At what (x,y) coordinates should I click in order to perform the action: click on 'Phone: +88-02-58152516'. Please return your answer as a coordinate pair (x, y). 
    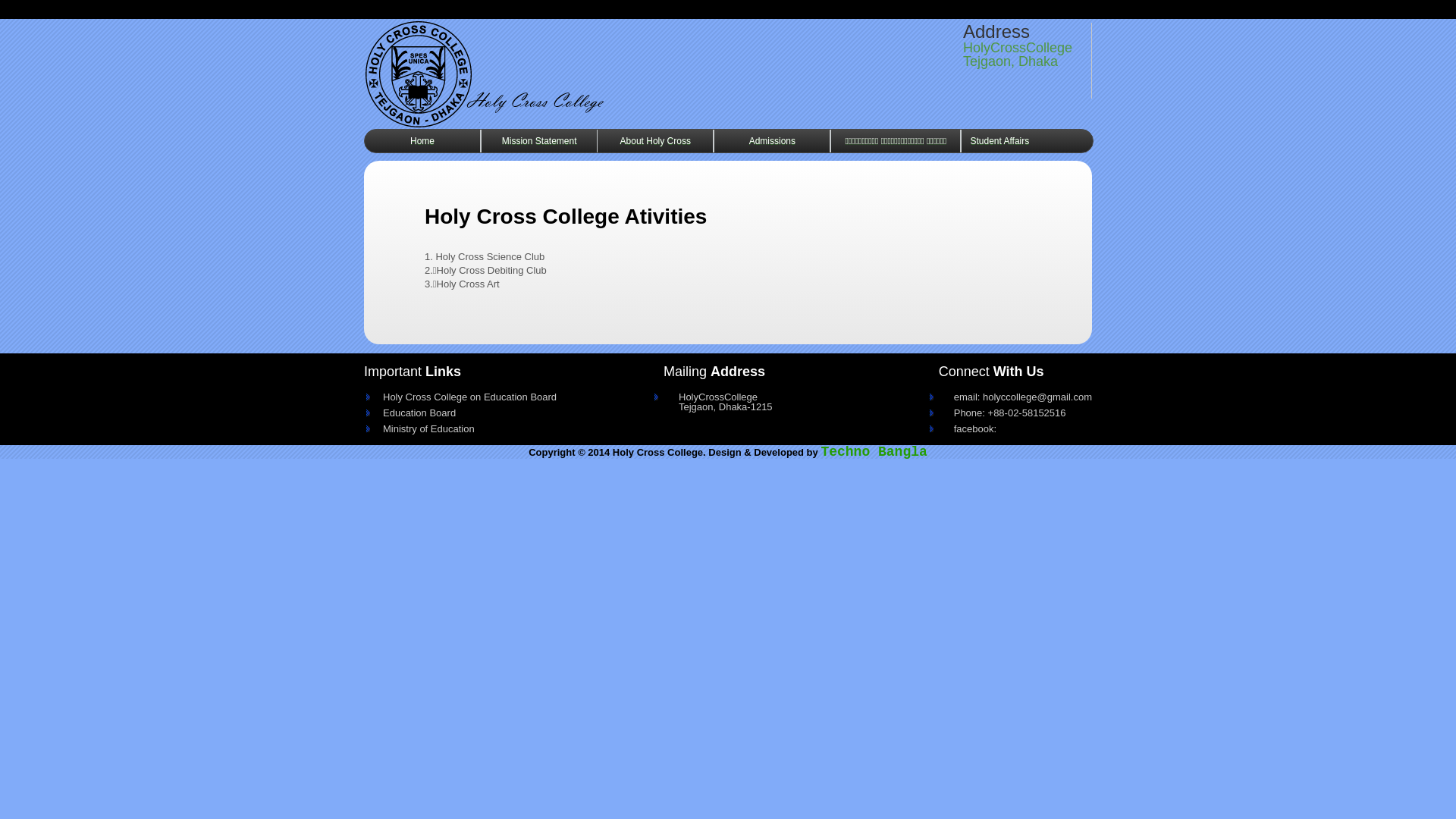
    Looking at the image, I should click on (1015, 409).